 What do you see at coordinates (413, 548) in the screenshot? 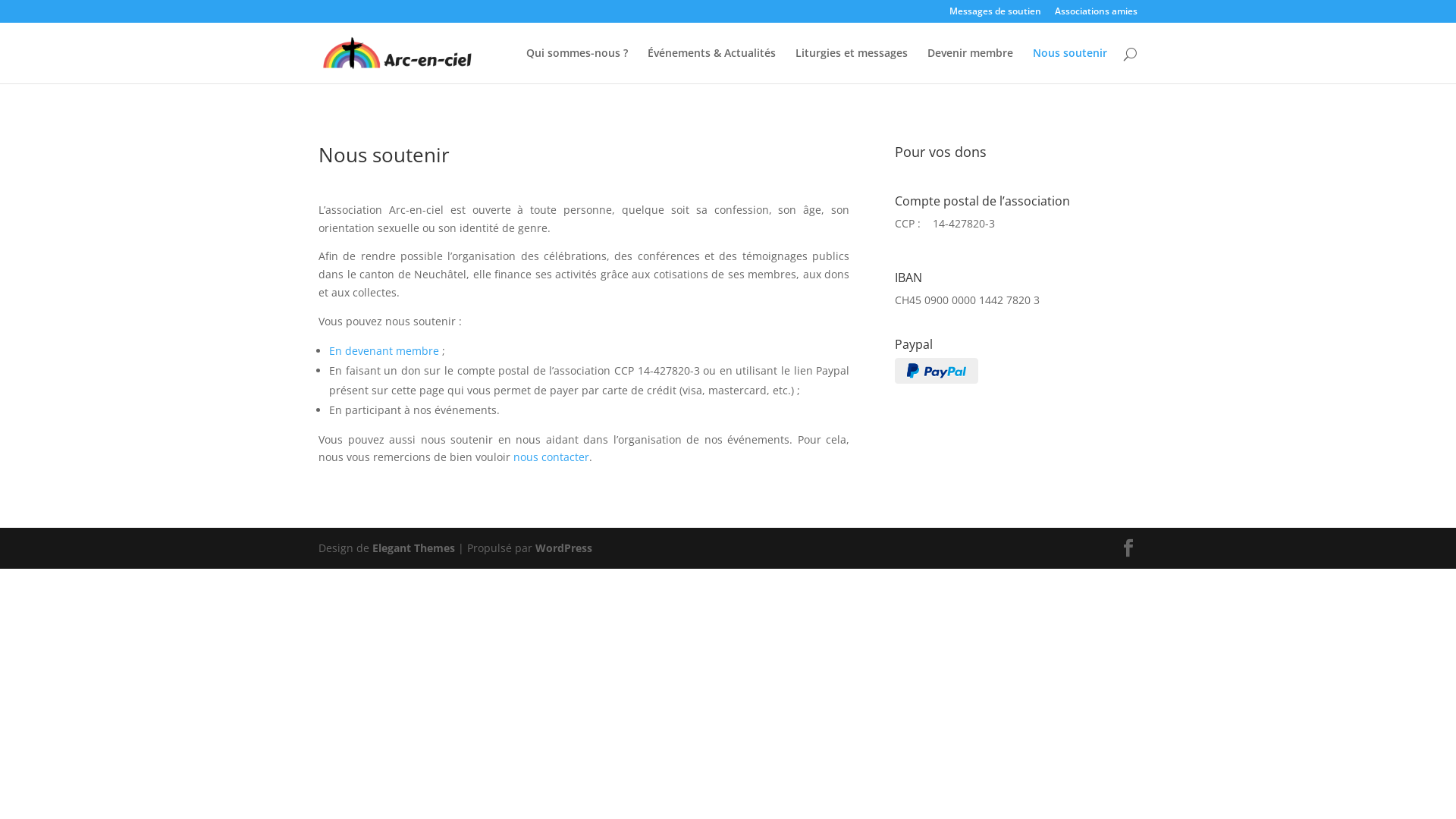
I see `'Elegant Themes'` at bounding box center [413, 548].